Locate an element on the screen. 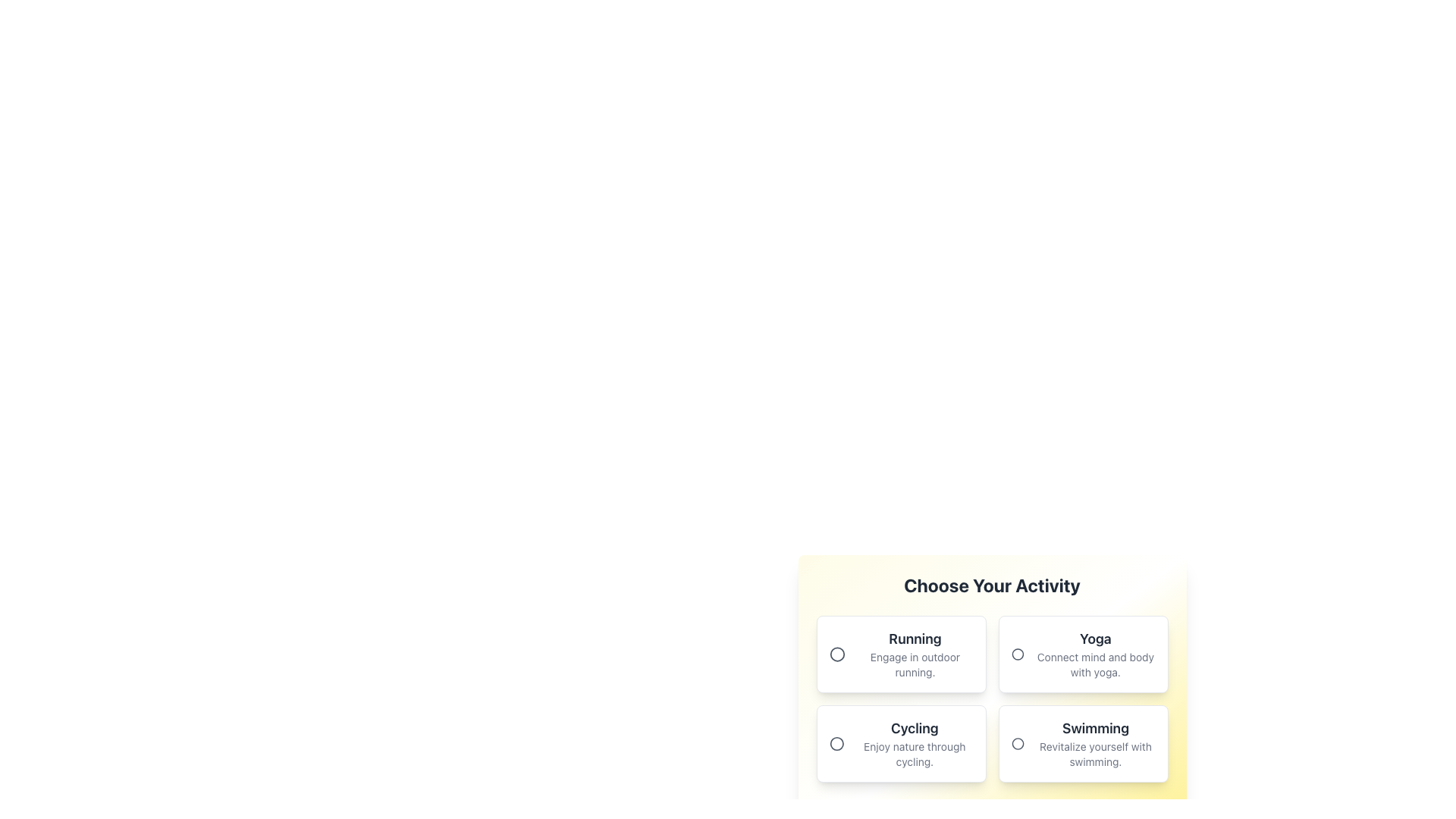  text from the 'Yoga' Text Block element, which is located in the right column of the second row of the 2x2 option cards labeled 'Choose Your Activity' is located at coordinates (1095, 654).